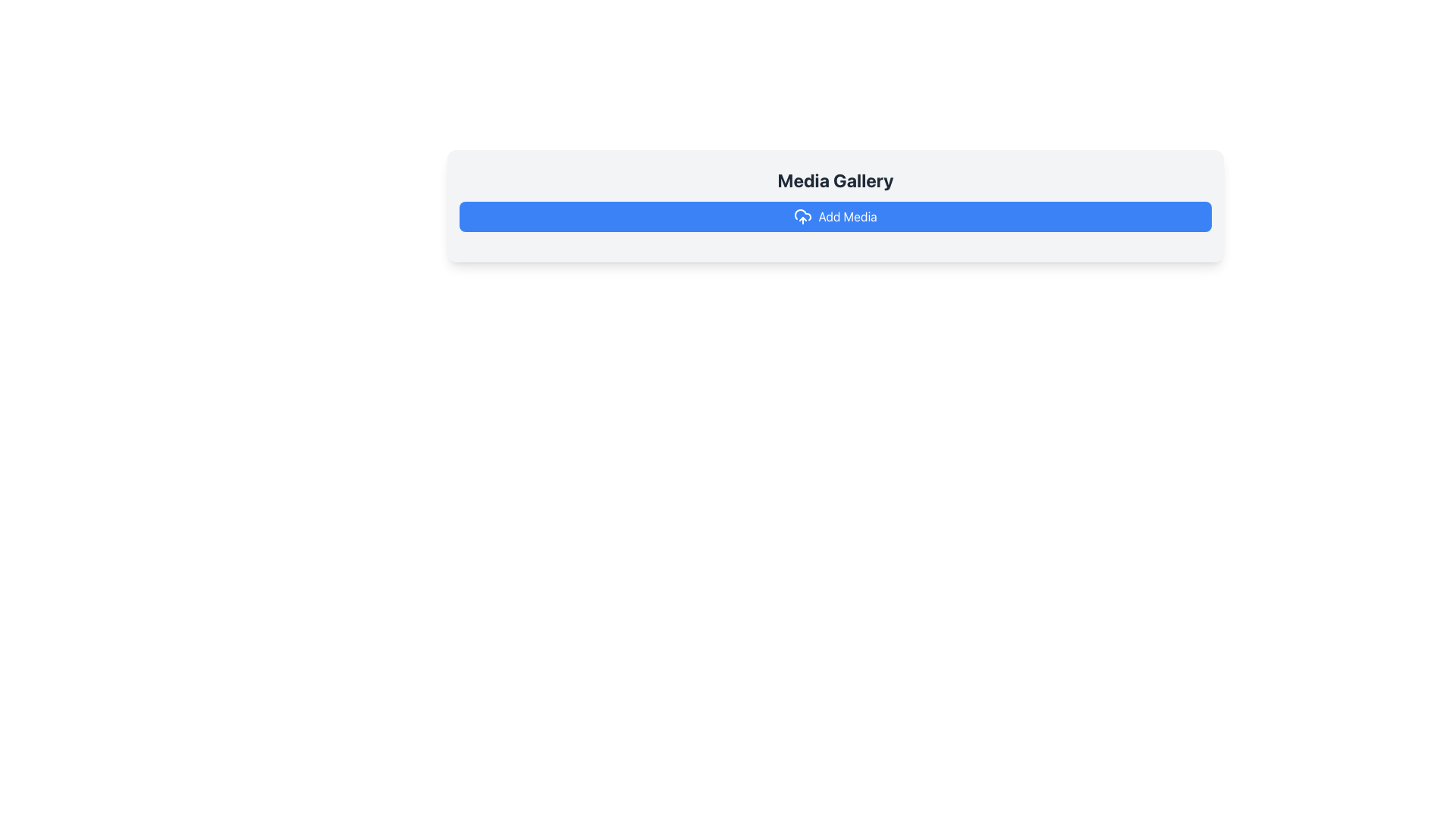  I want to click on the 'Add Media' button that contains a cloud graphic SVG icon, specifically clicking on the button to initiate media upload, so click(802, 214).